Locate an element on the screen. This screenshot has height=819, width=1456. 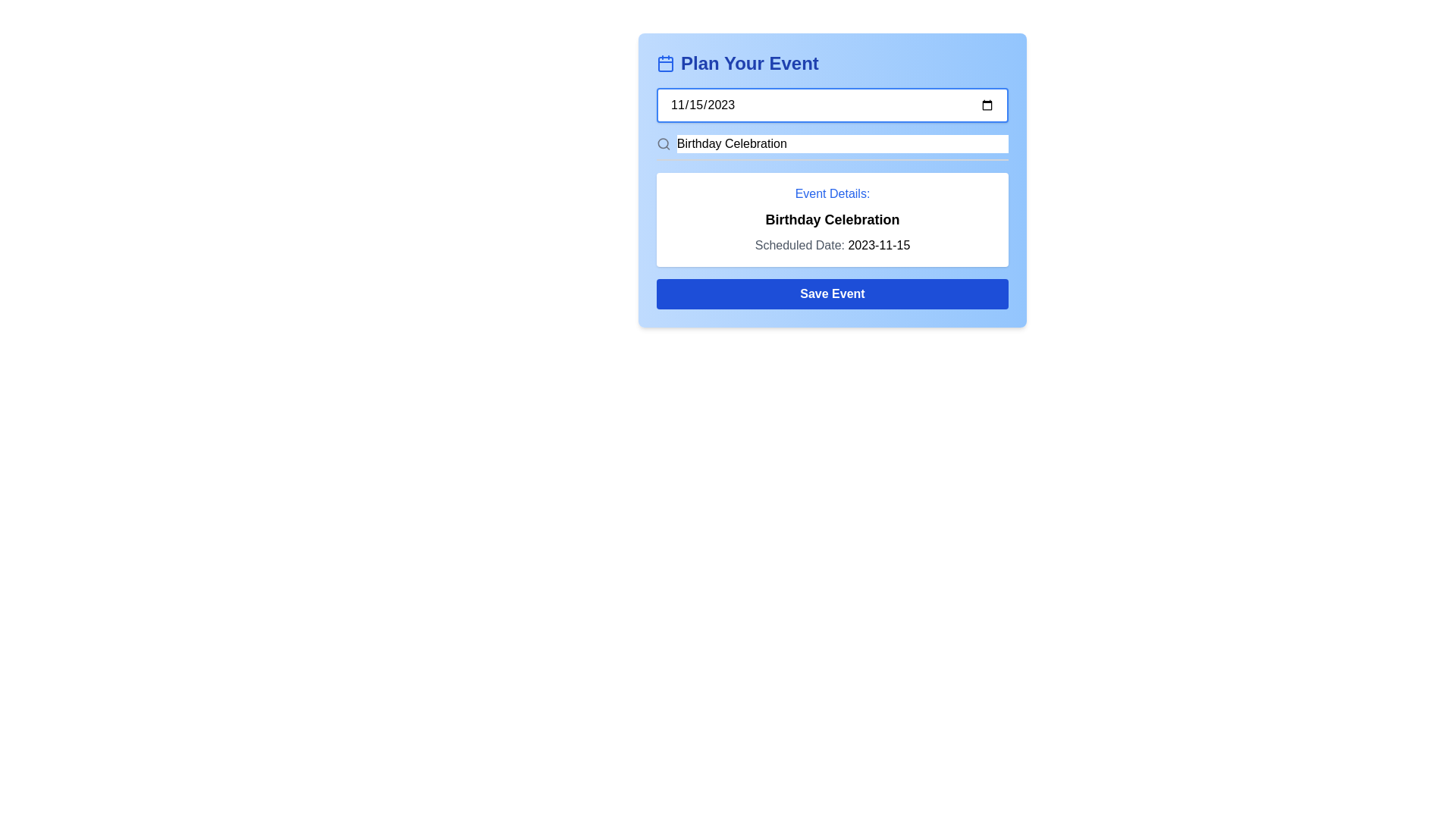
the search icon located to the left of the 'Birthday Celebration' text input field to initiate a search is located at coordinates (663, 143).